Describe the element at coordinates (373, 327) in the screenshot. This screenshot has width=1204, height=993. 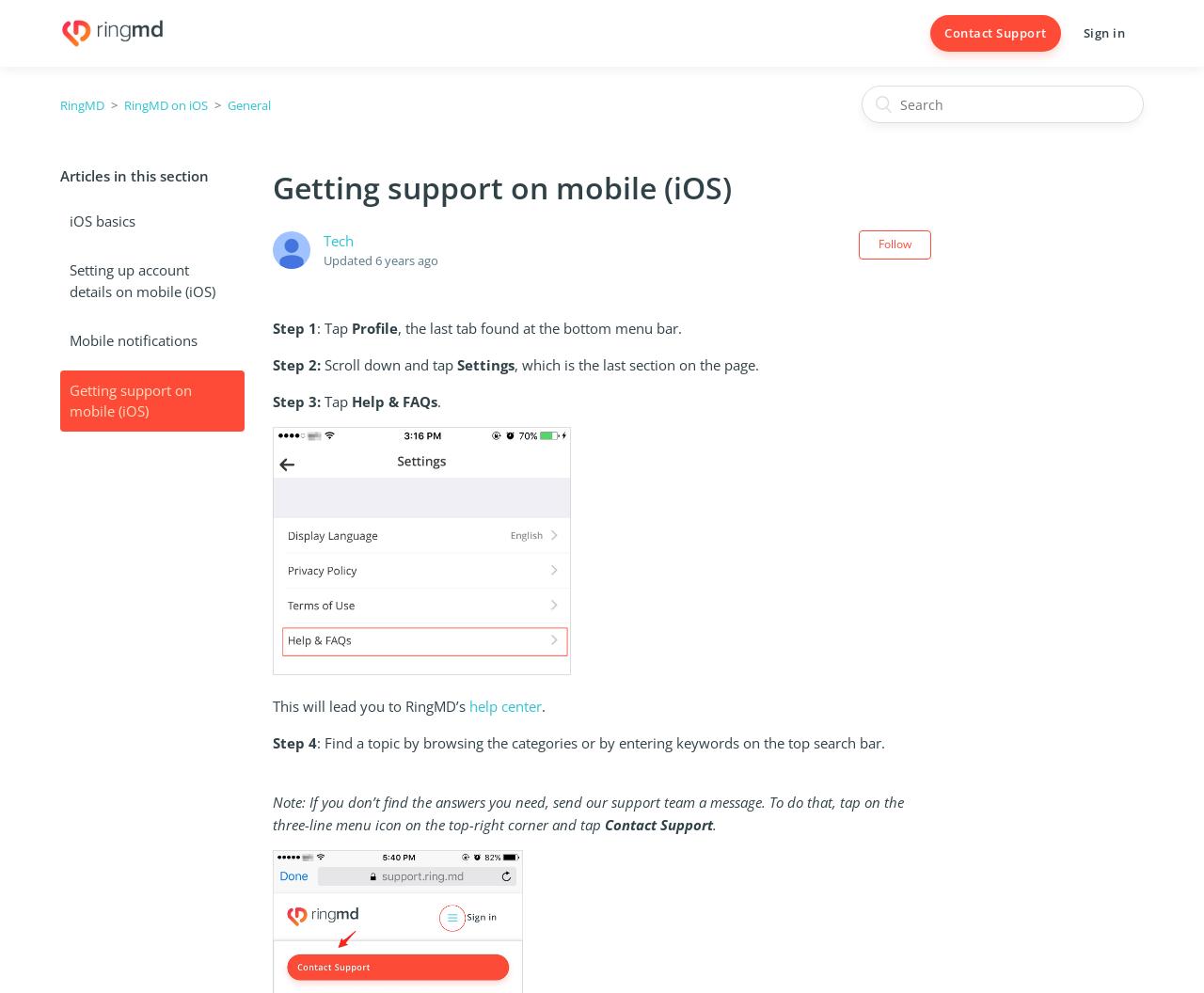
I see `'Profile'` at that location.